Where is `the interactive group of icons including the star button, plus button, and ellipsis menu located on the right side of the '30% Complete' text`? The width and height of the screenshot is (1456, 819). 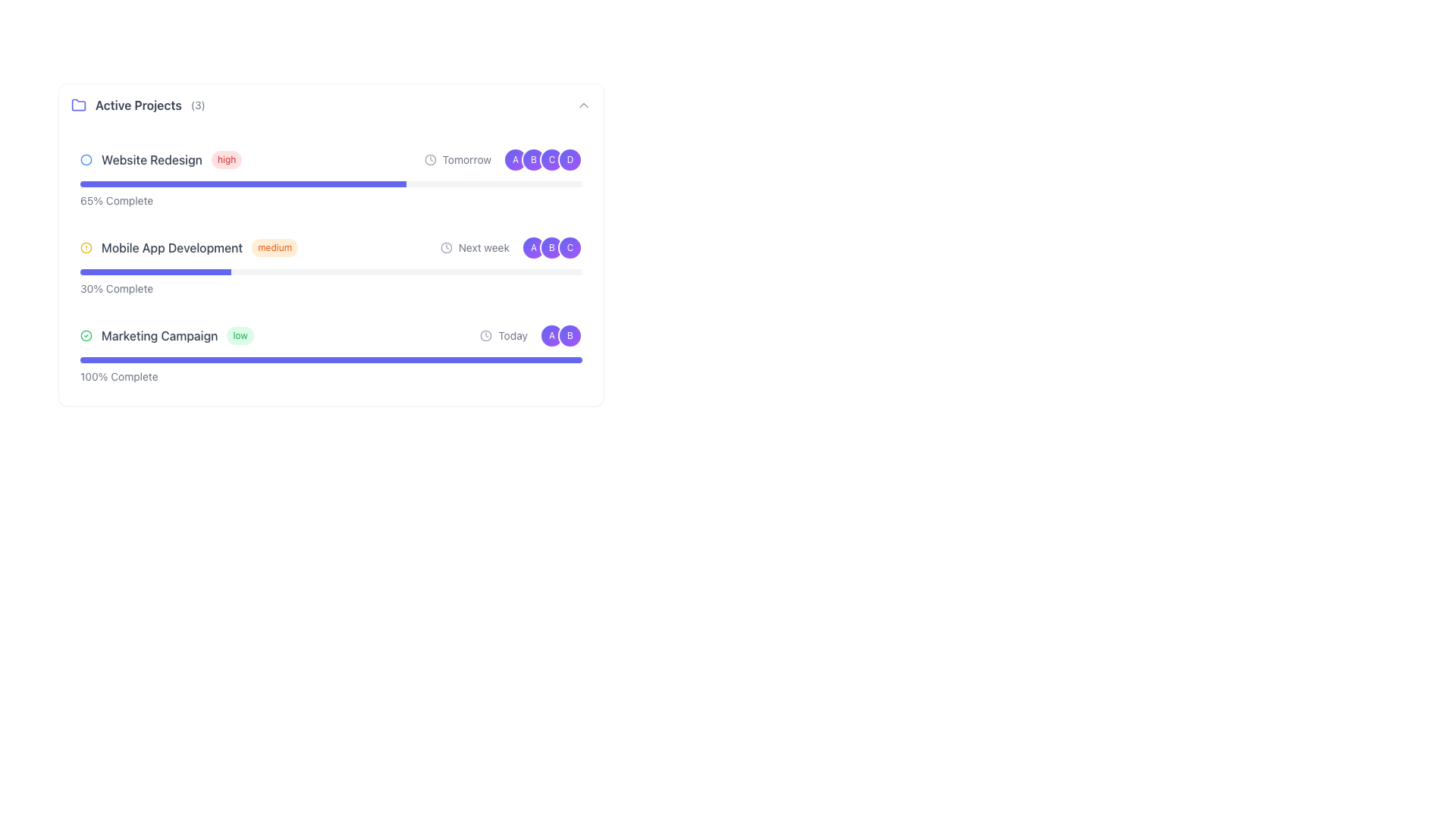
the interactive group of icons including the star button, plus button, and ellipsis menu located on the right side of the '30% Complete' text is located at coordinates (554, 289).